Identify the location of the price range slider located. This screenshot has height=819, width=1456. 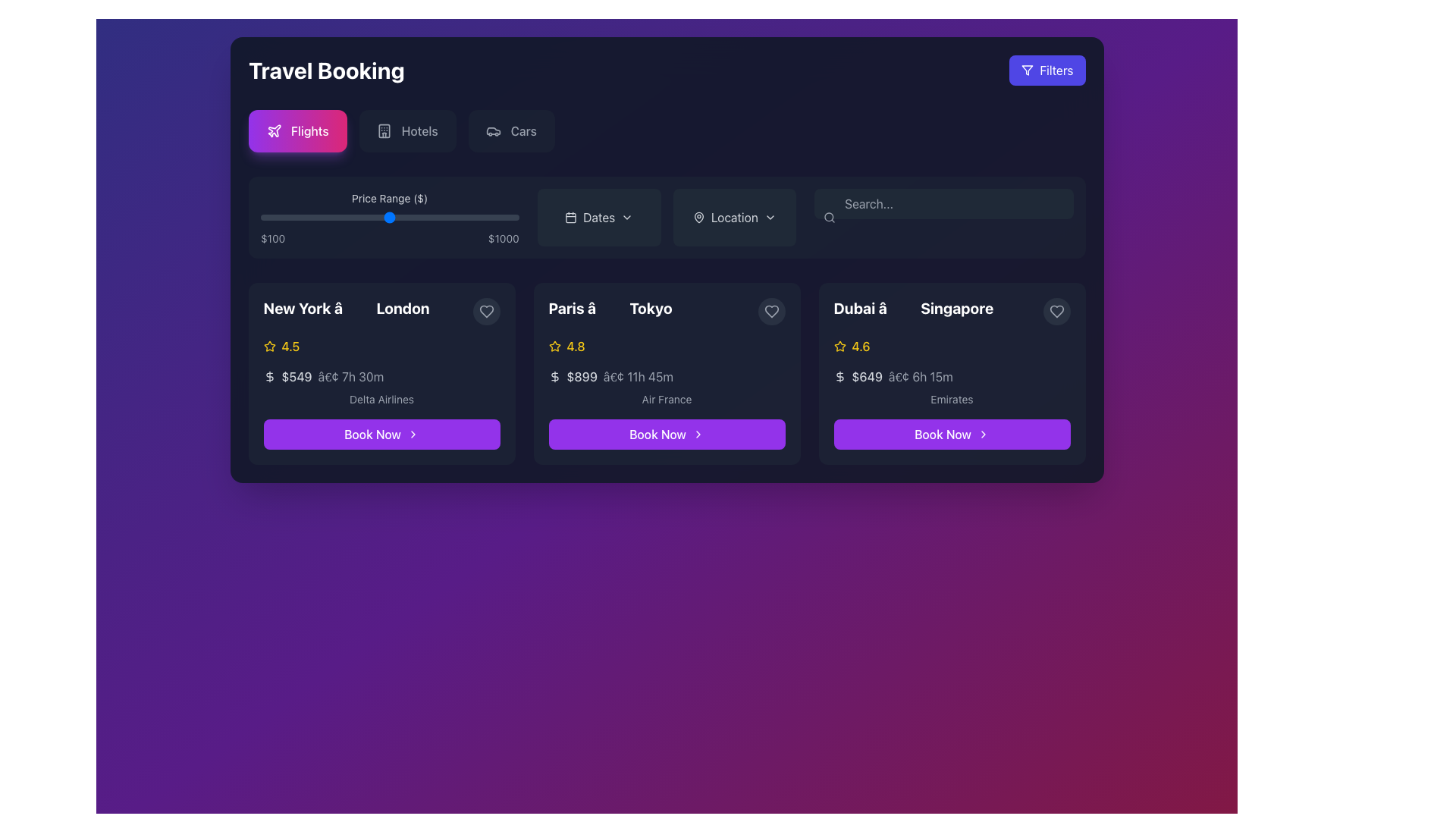
(390, 217).